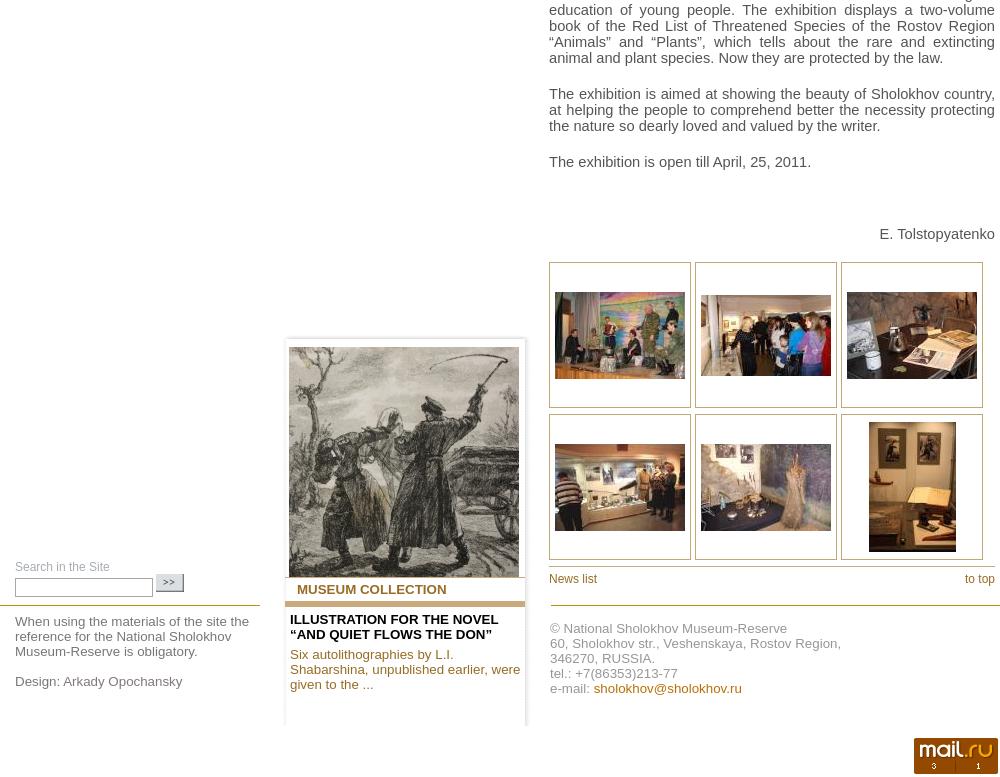 This screenshot has width=1000, height=777. I want to click on 'Search in the Site', so click(62, 566).